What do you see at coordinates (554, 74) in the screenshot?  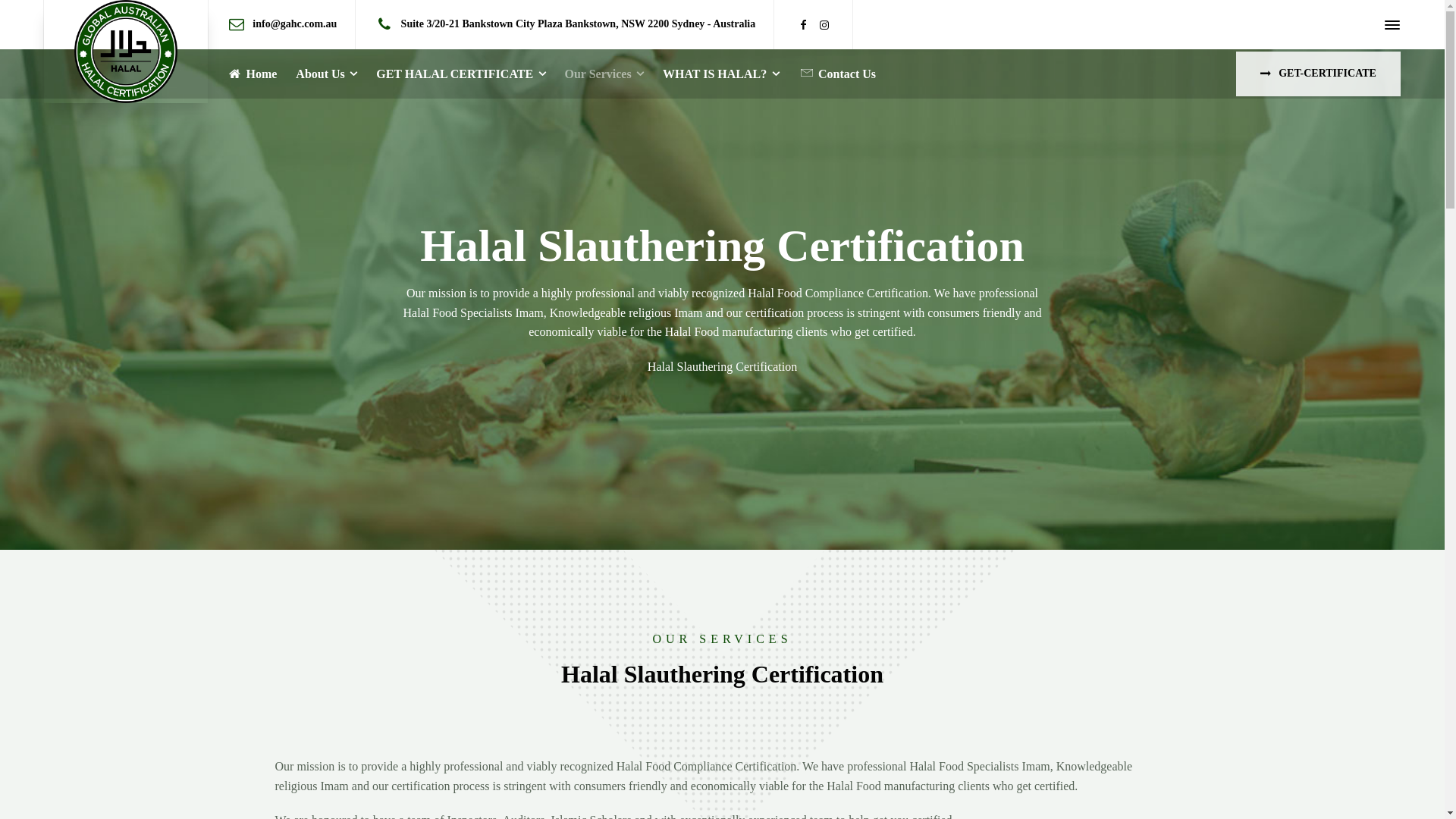 I see `'Our Services'` at bounding box center [554, 74].